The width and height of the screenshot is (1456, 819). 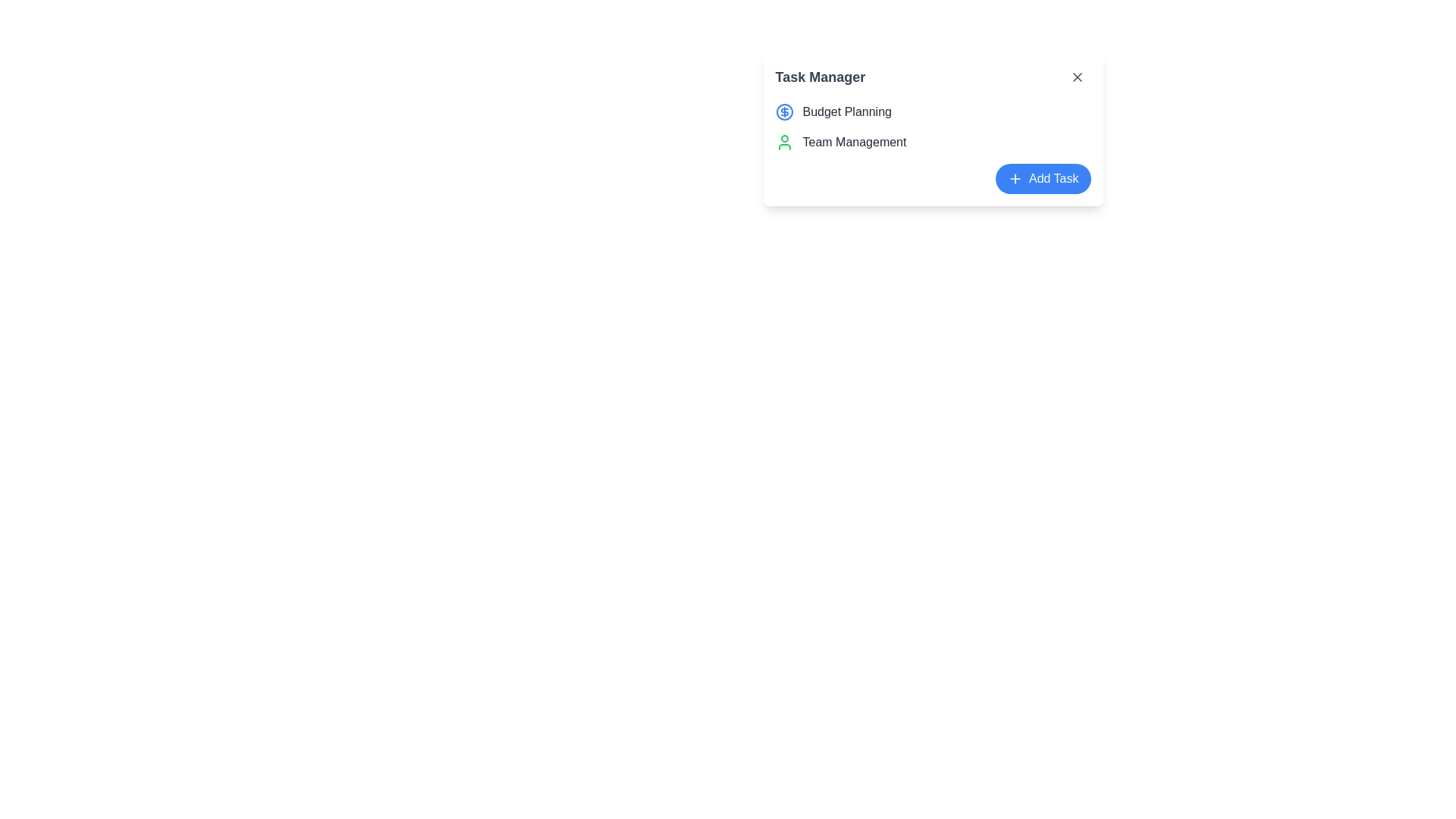 What do you see at coordinates (1042, 177) in the screenshot?
I see `the horizontally elongated blue button with white text 'Add Task' and a white '+' icon` at bounding box center [1042, 177].